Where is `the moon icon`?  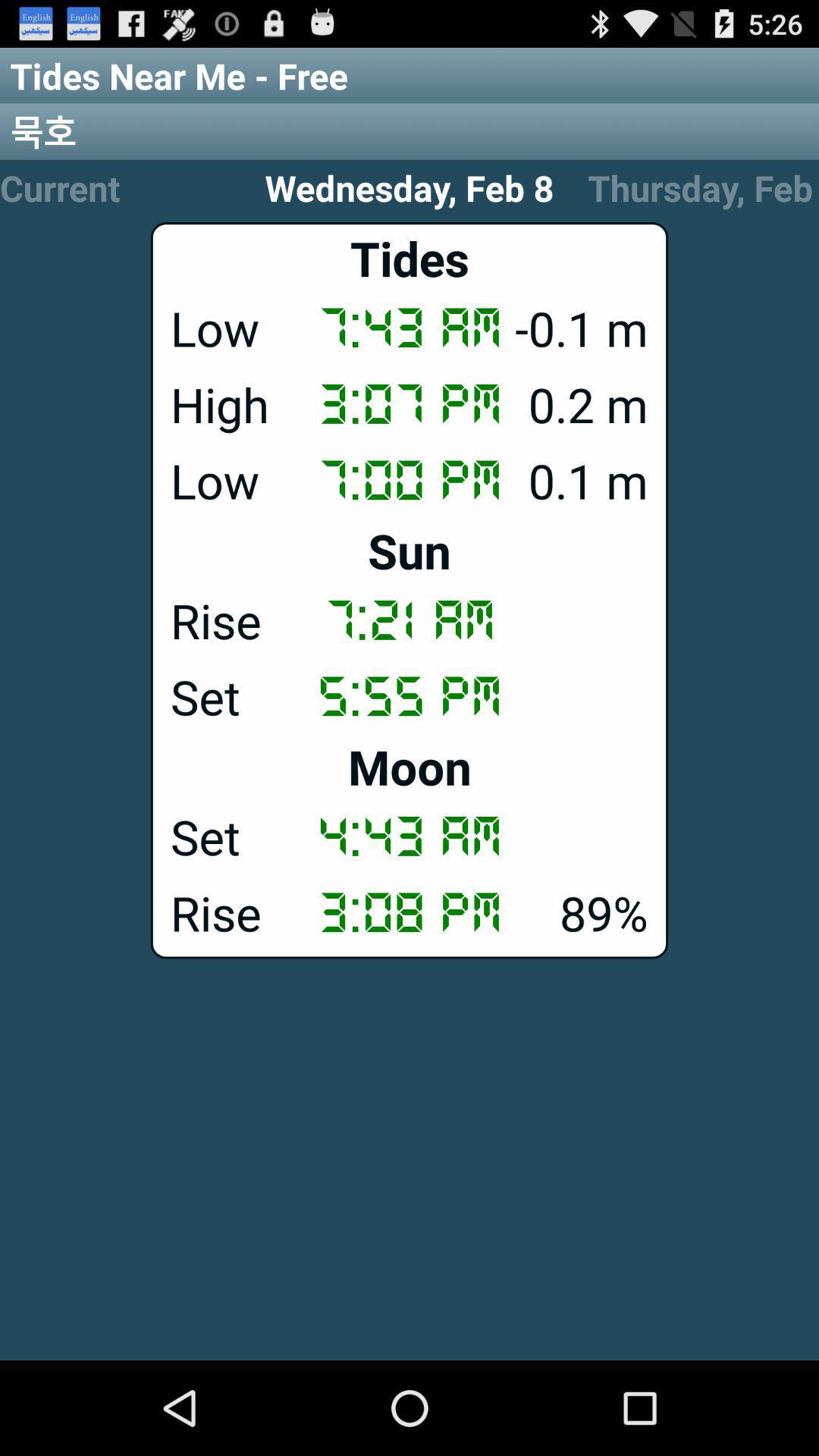 the moon icon is located at coordinates (409, 767).